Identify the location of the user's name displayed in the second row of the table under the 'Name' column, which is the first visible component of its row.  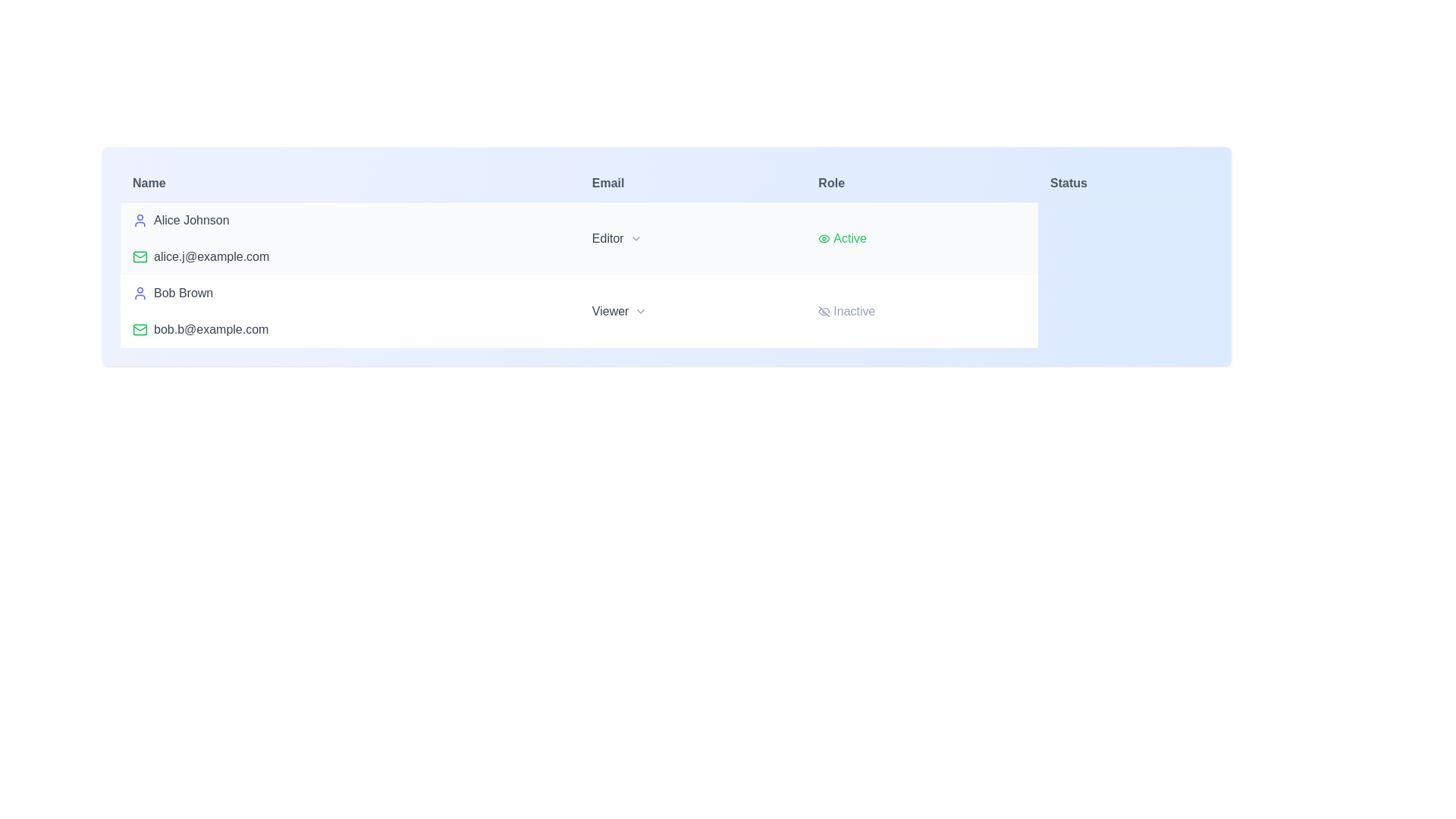
(349, 293).